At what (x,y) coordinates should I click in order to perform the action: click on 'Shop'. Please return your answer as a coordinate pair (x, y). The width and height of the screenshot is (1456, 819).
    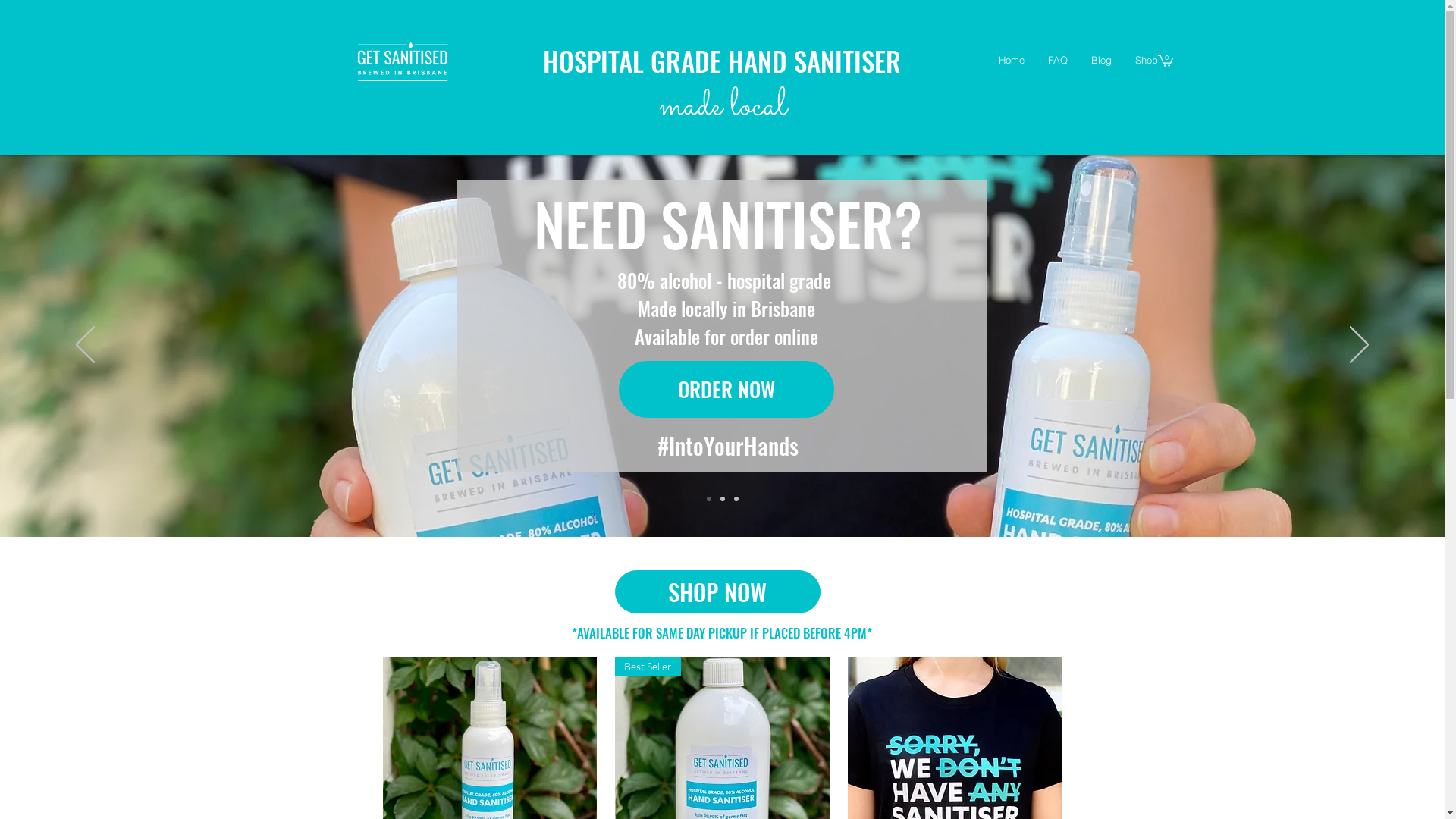
    Looking at the image, I should click on (1145, 59).